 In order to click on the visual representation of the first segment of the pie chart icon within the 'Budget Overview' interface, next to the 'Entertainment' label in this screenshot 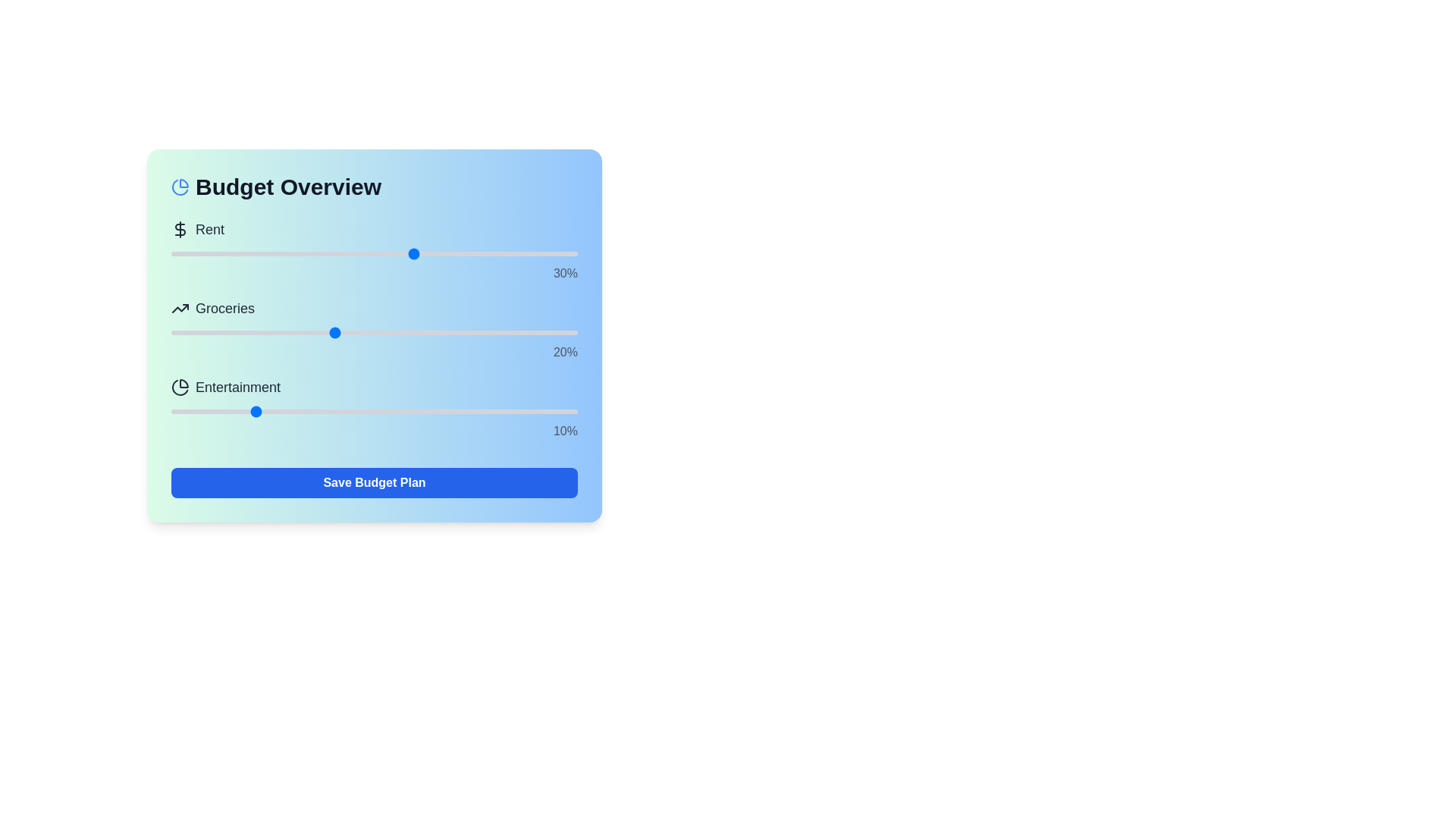, I will do `click(184, 382)`.